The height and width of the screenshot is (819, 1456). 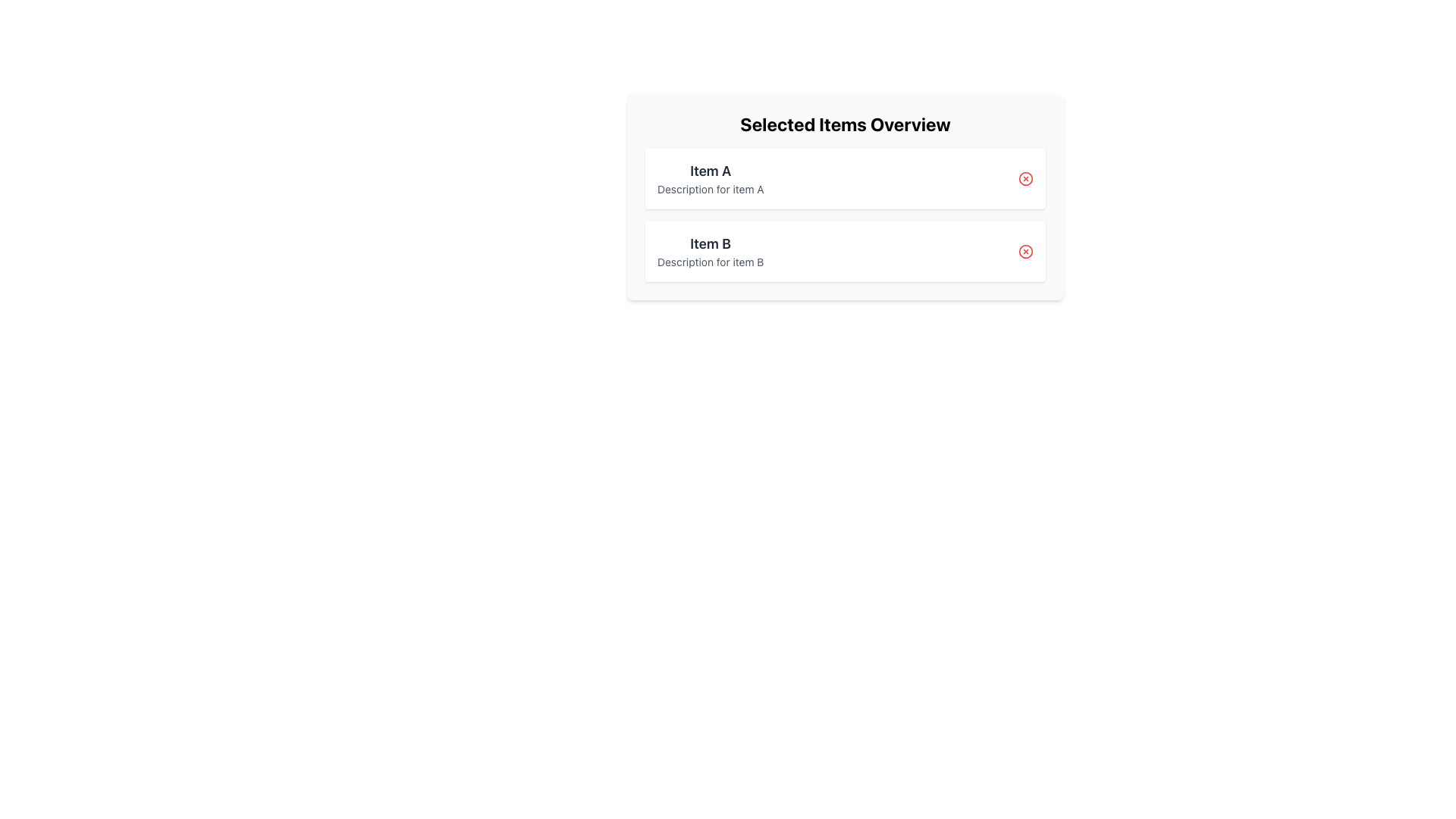 I want to click on the text block that presents the name and description of 'Item A' within the first item card under the 'Selected Items Overview' section, so click(x=710, y=177).